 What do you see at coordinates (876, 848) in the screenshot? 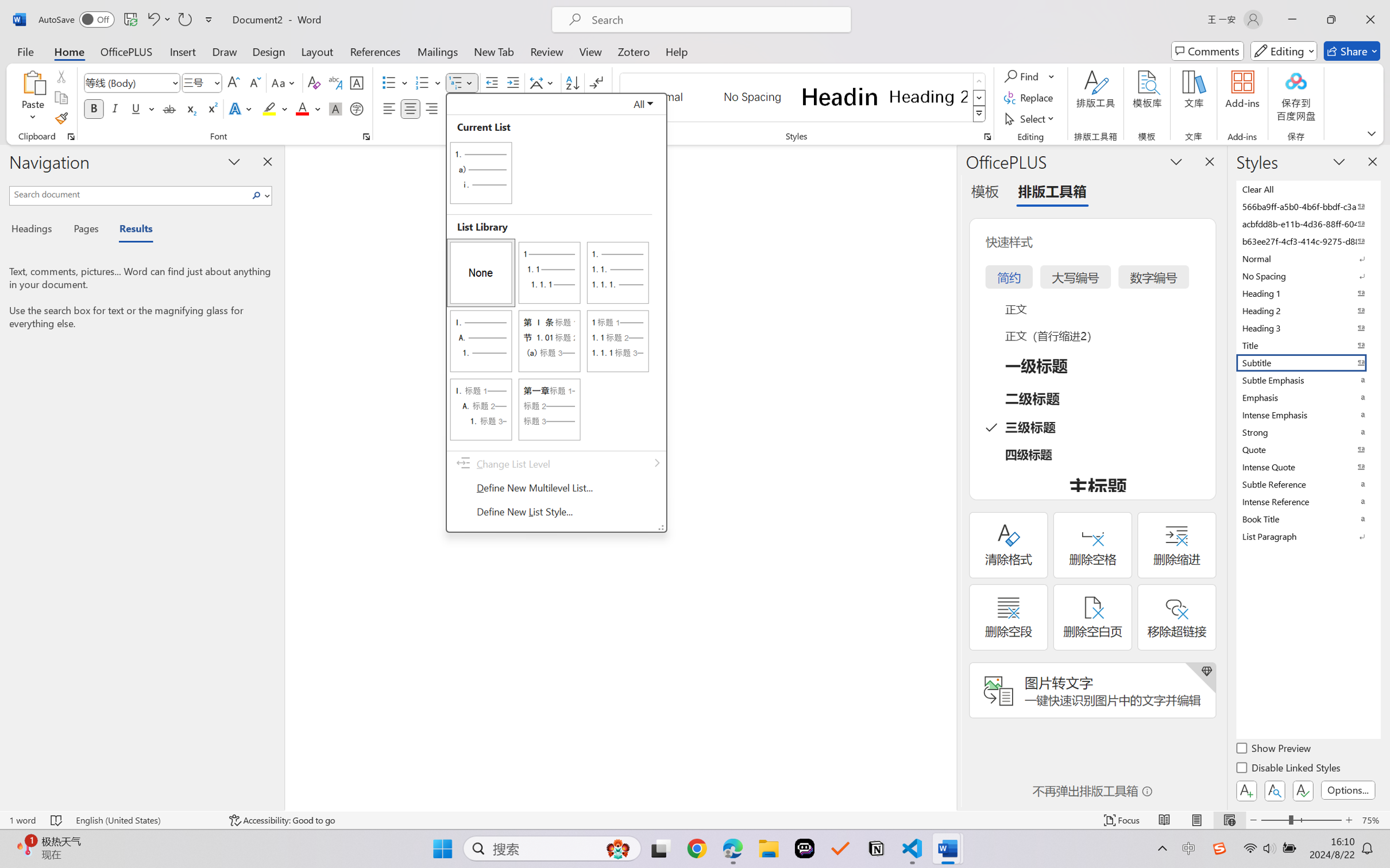
I see `'Notion'` at bounding box center [876, 848].